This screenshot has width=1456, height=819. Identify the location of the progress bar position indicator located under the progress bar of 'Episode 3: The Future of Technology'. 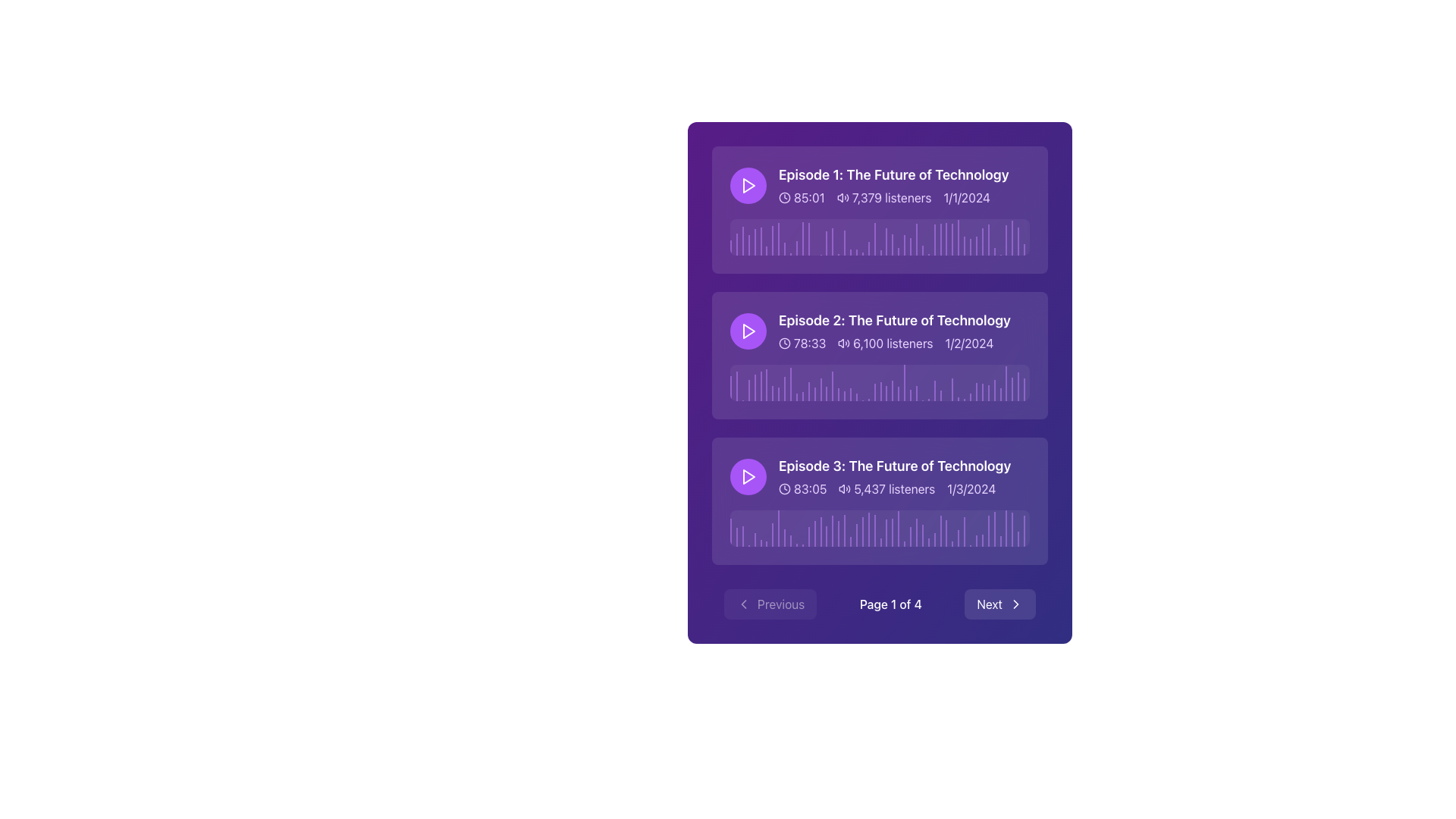
(964, 531).